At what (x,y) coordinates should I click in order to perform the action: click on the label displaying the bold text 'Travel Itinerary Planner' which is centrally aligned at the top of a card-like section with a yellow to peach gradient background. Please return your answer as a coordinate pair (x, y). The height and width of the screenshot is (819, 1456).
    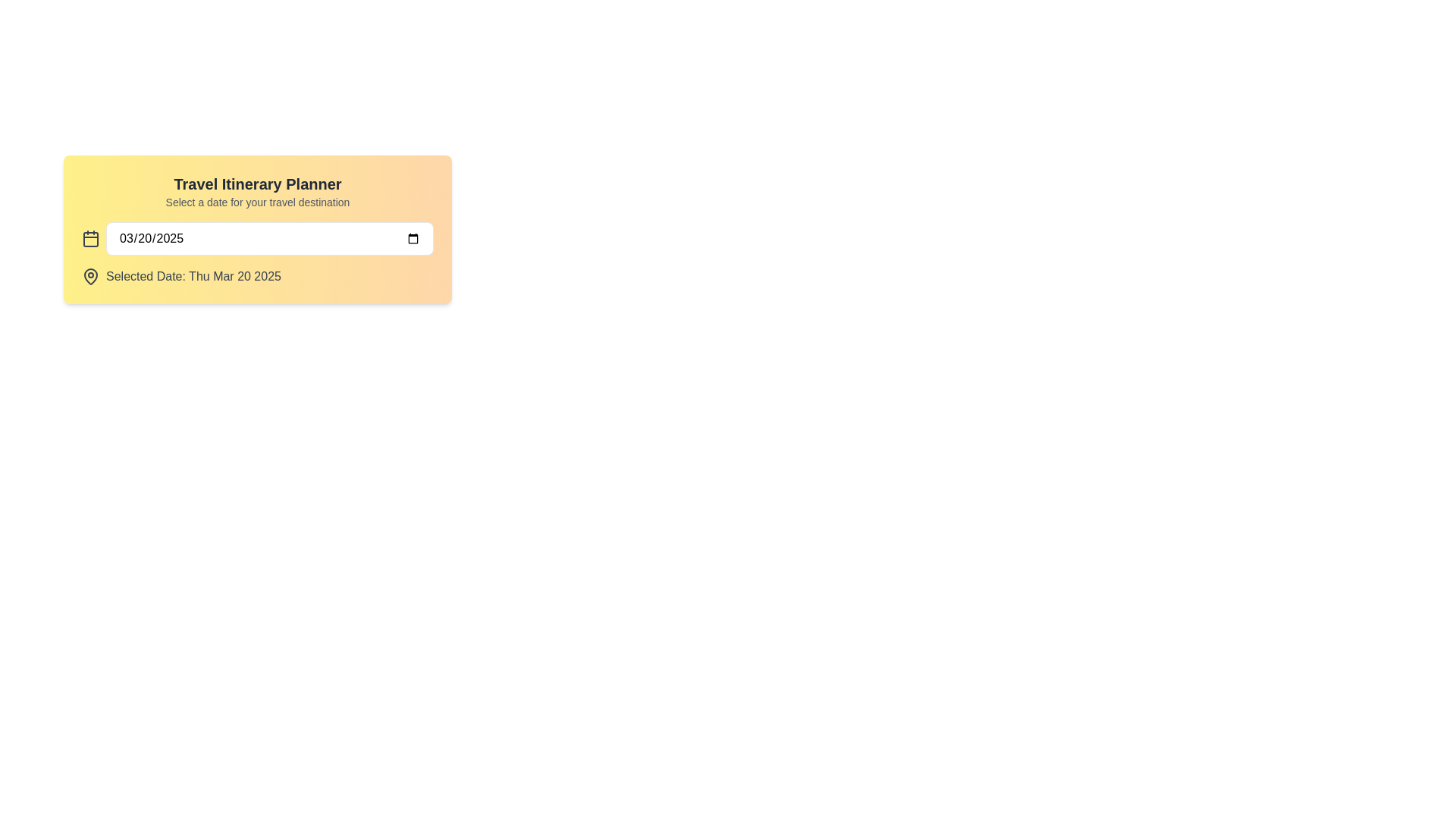
    Looking at the image, I should click on (258, 184).